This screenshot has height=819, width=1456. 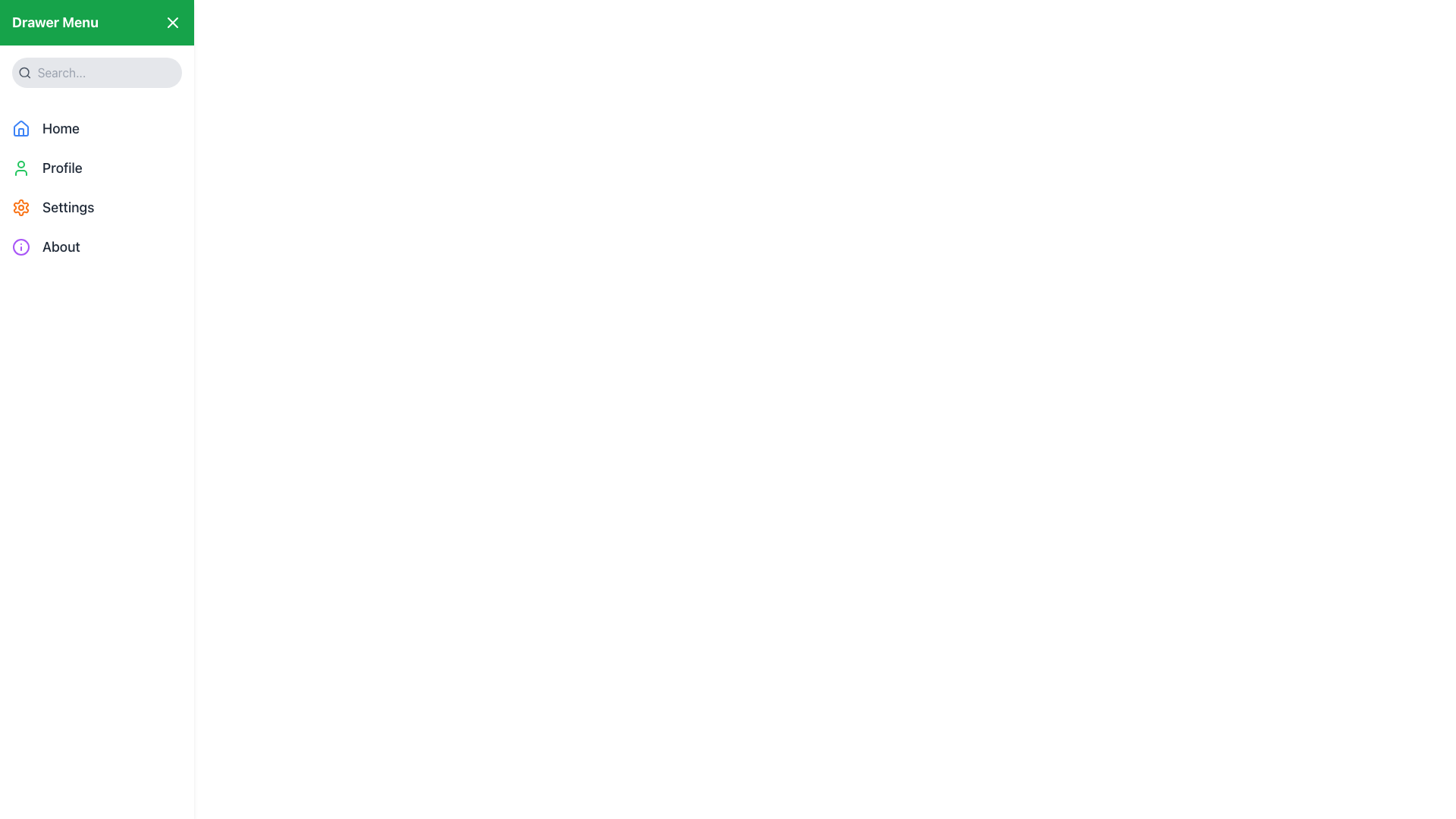 What do you see at coordinates (21, 168) in the screenshot?
I see `the user profile icon, which is a compact SVG-based icon with a green stroke color located to the left of the 'Profile' text label in a vertically structured menu` at bounding box center [21, 168].